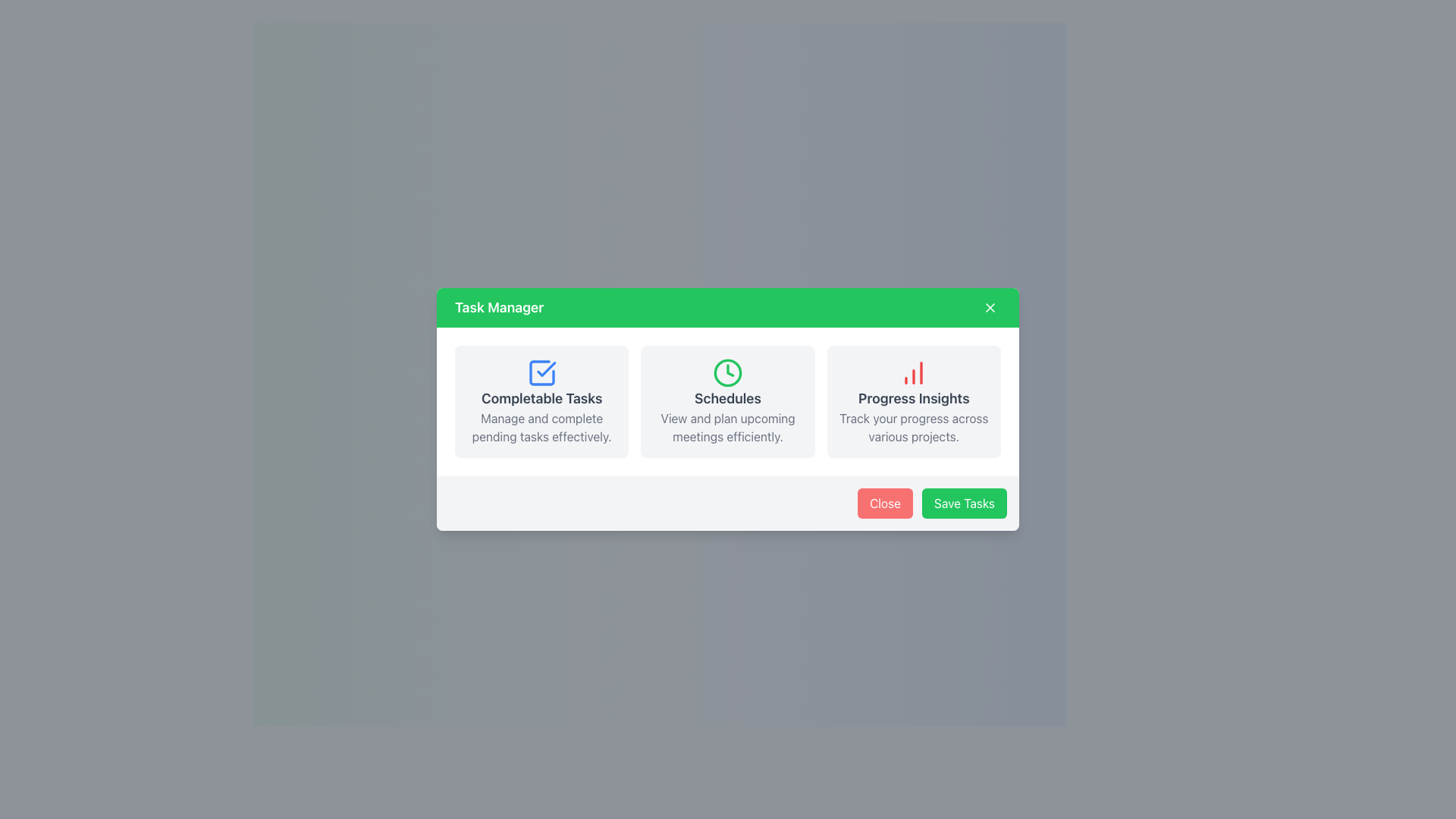 The width and height of the screenshot is (1456, 819). What do you see at coordinates (885, 503) in the screenshot?
I see `the 'Close' button located in the lower-right section of the modal popup, which has a red background and changes to a darker red when hovered over` at bounding box center [885, 503].